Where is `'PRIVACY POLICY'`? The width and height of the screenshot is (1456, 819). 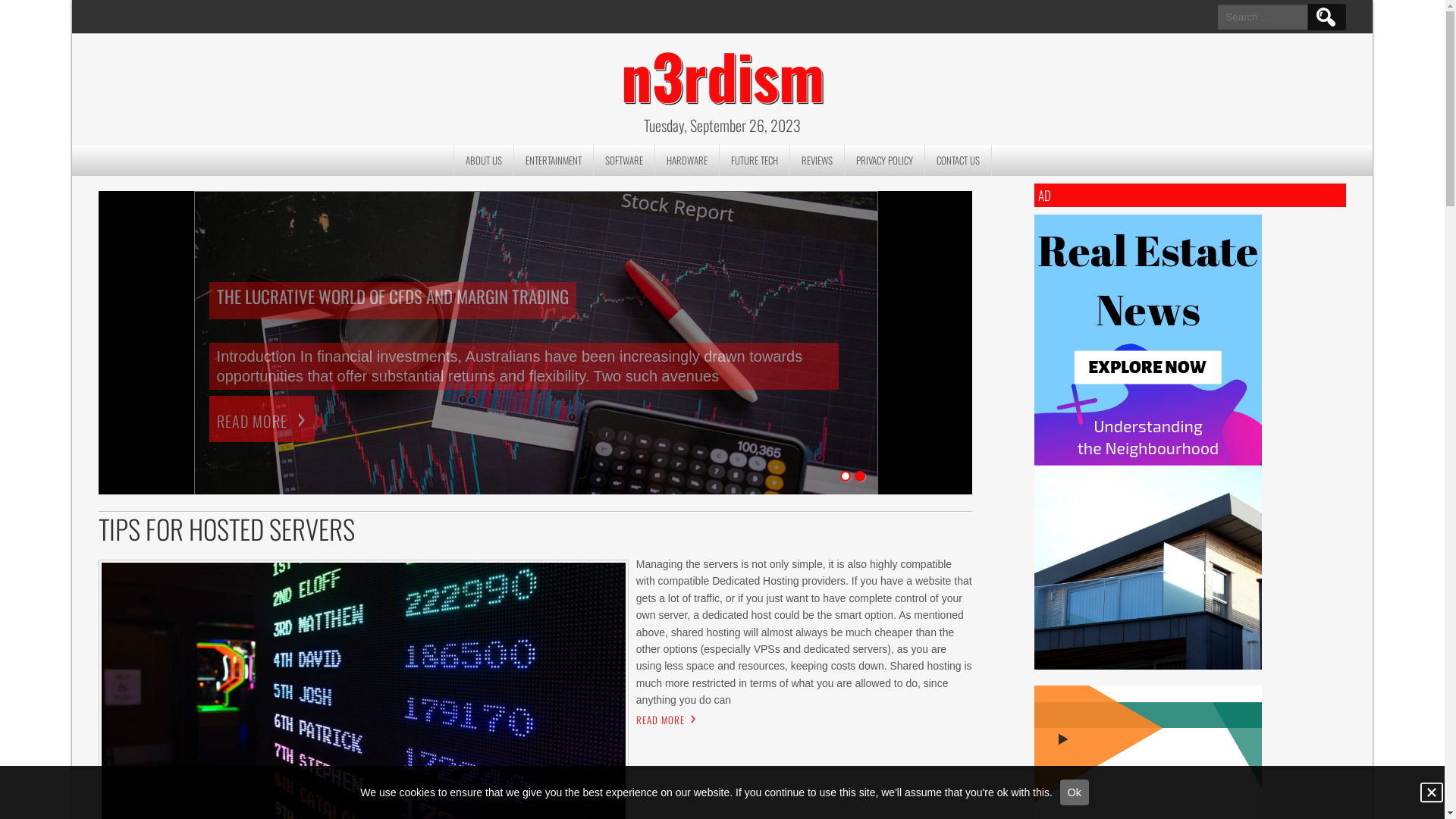
'PRIVACY POLICY' is located at coordinates (884, 160).